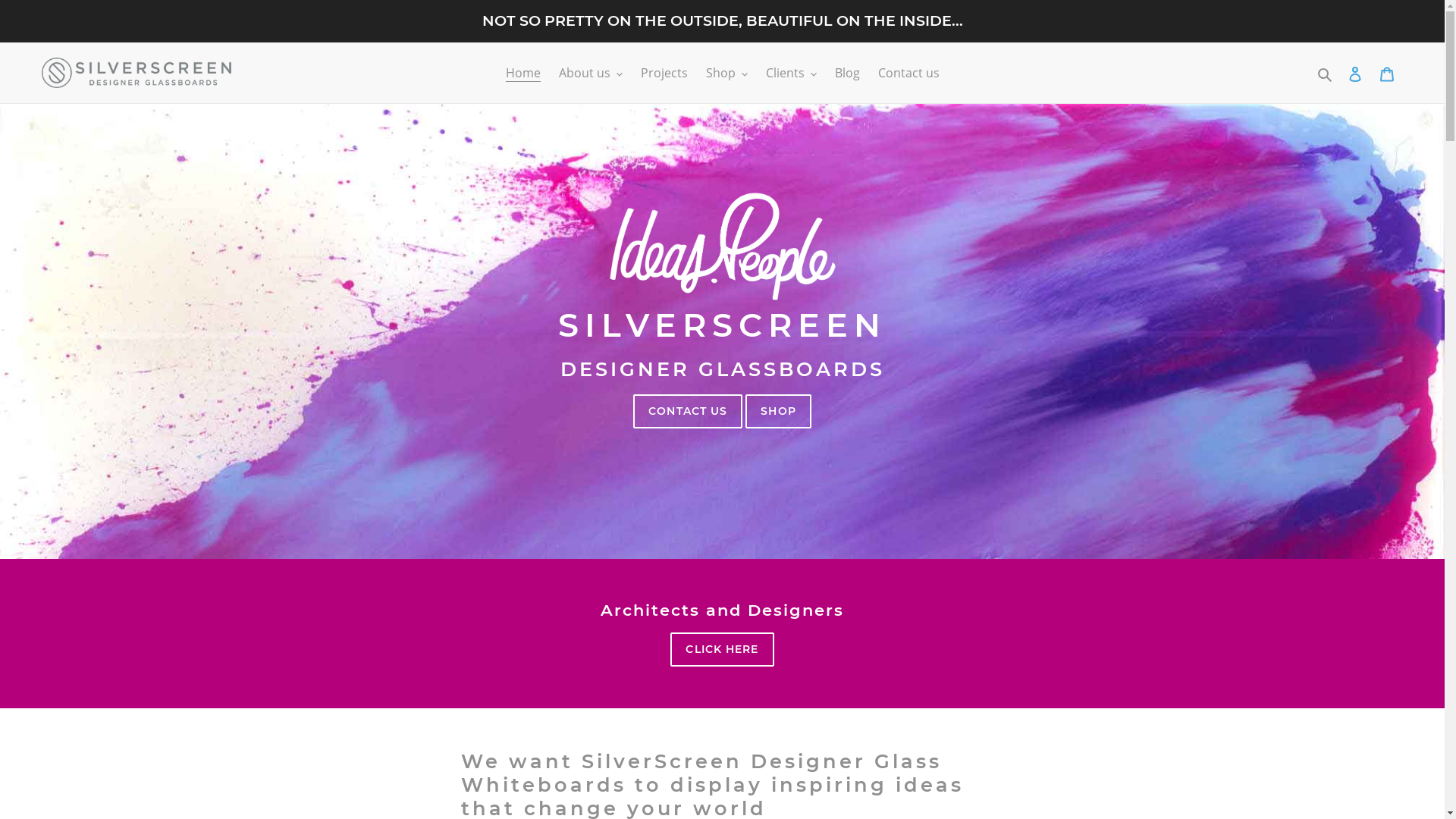  What do you see at coordinates (632, 73) in the screenshot?
I see `'Projects'` at bounding box center [632, 73].